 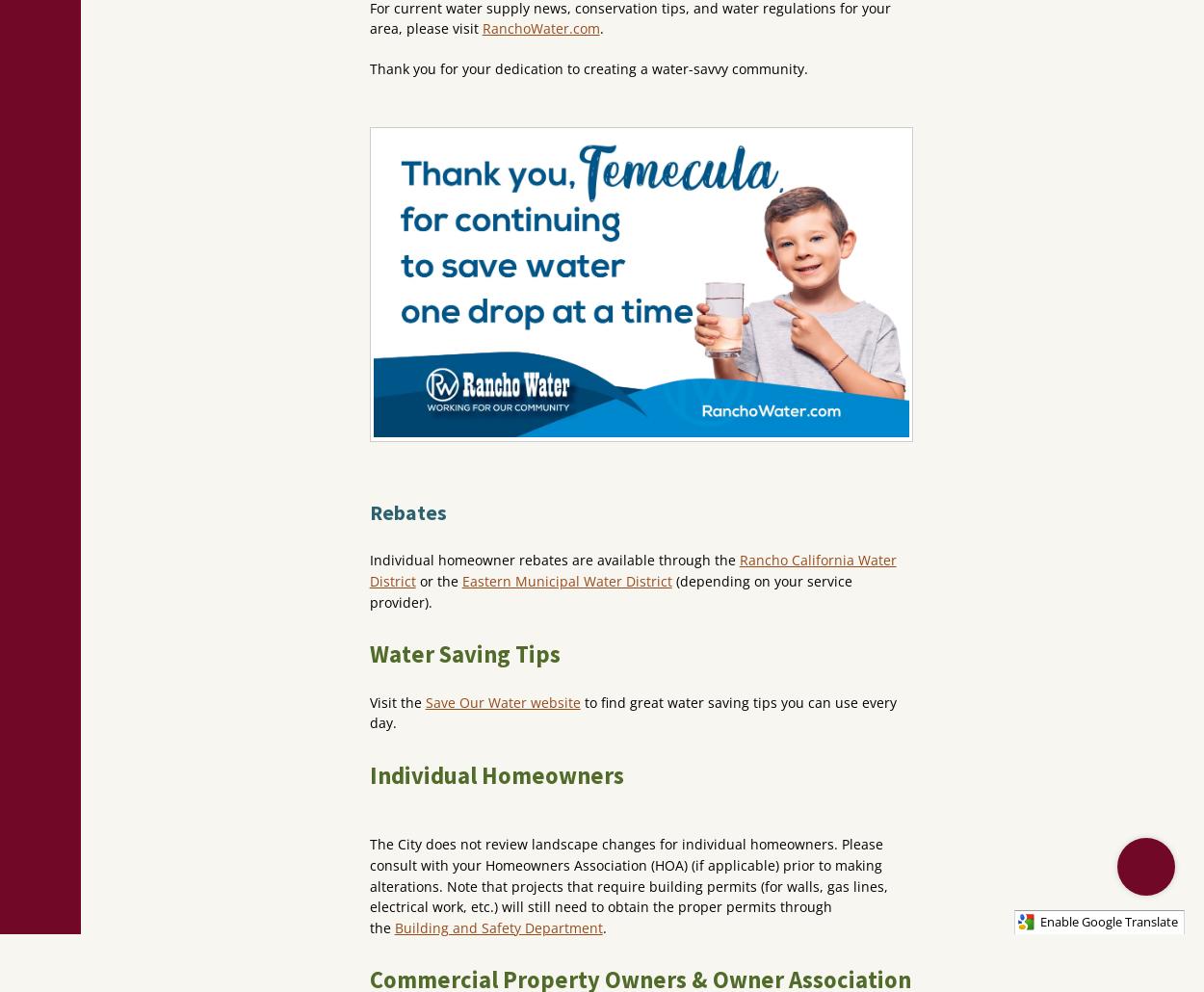 What do you see at coordinates (369, 570) in the screenshot?
I see `'Rancho California Water District'` at bounding box center [369, 570].